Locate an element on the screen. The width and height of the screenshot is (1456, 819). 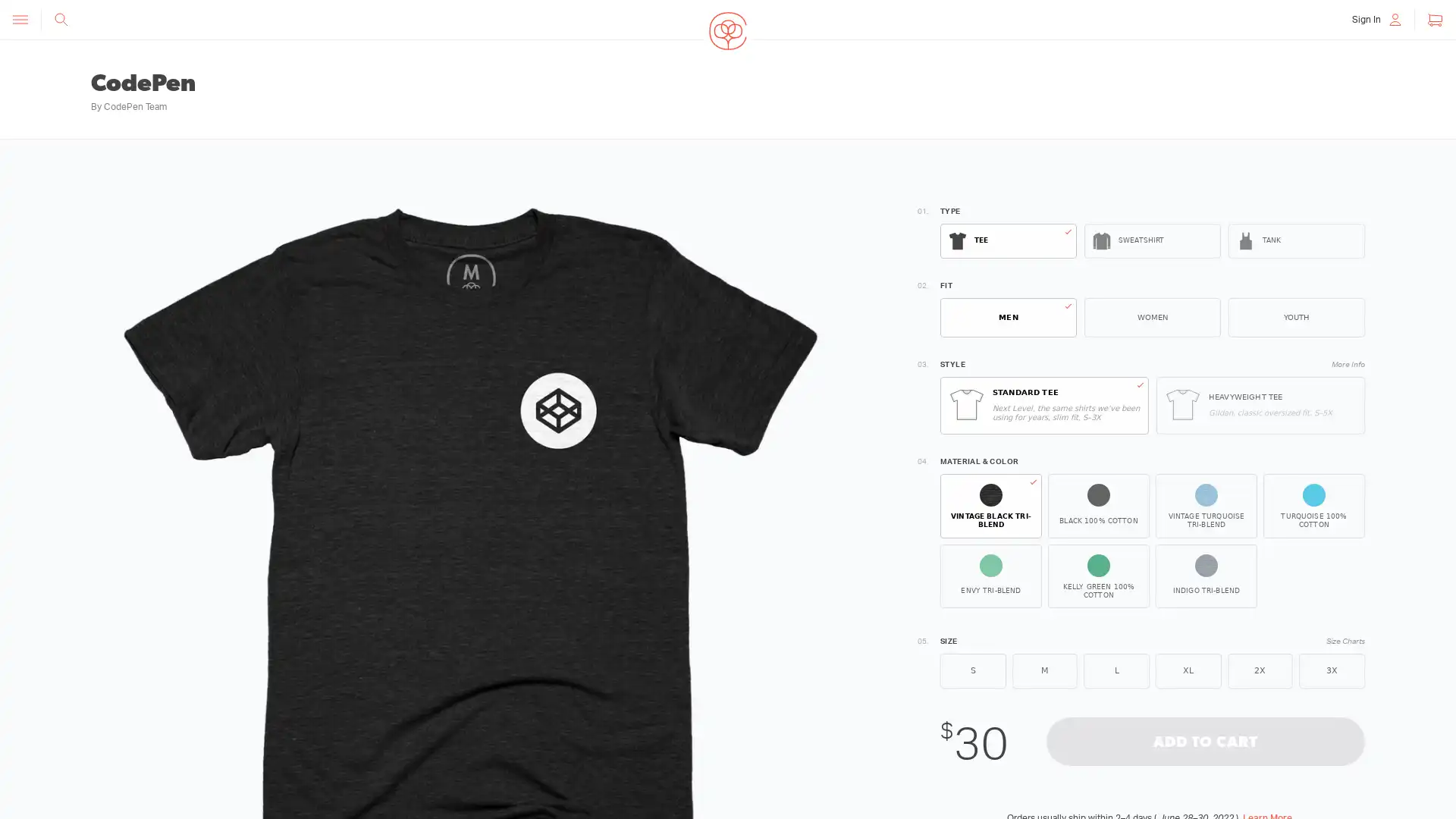
YOUTH is located at coordinates (1295, 317).